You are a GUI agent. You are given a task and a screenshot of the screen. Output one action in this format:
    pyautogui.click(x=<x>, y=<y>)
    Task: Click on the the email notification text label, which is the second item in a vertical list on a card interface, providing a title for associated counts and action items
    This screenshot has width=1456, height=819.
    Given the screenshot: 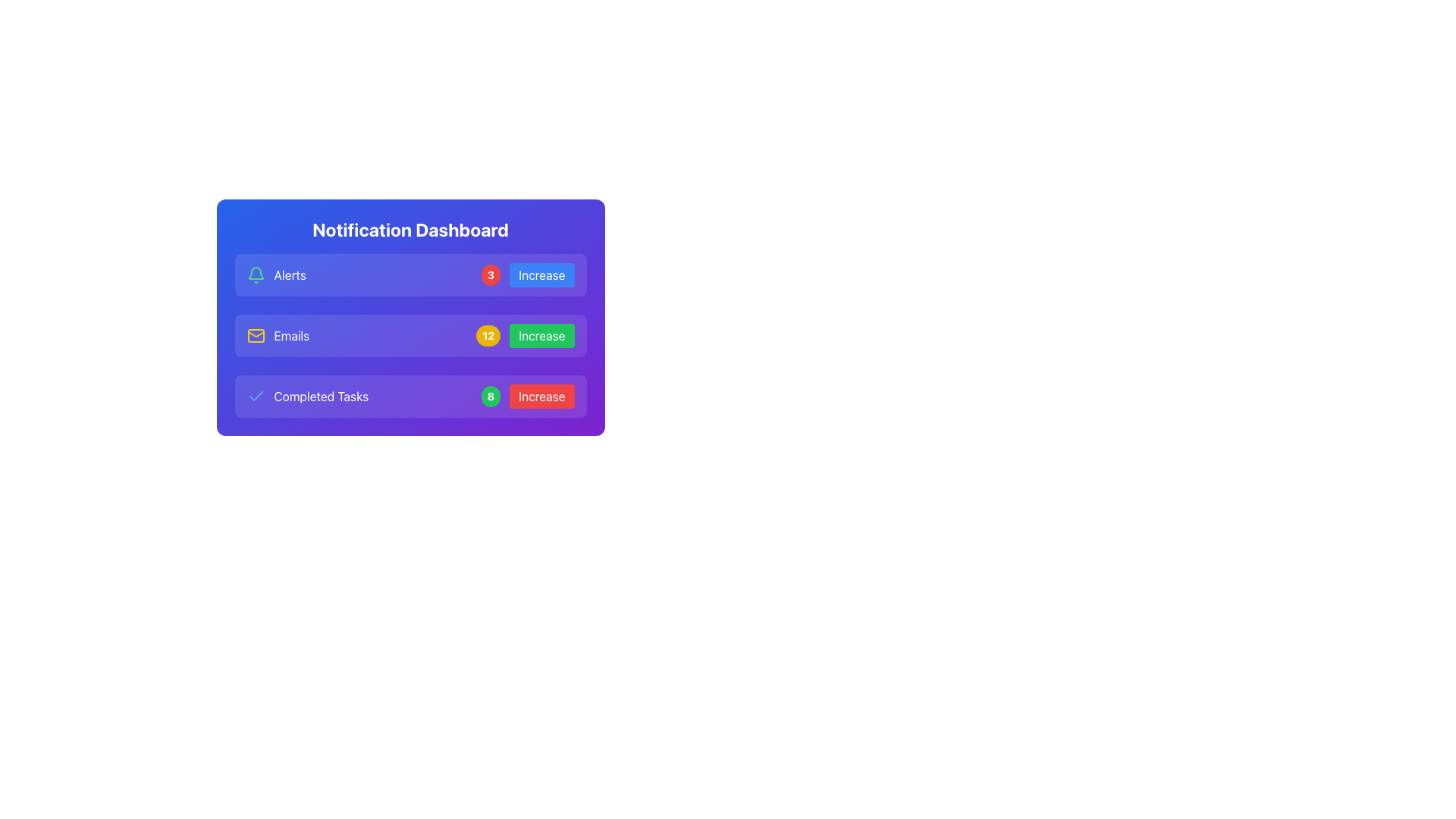 What is the action you would take?
    pyautogui.click(x=278, y=335)
    